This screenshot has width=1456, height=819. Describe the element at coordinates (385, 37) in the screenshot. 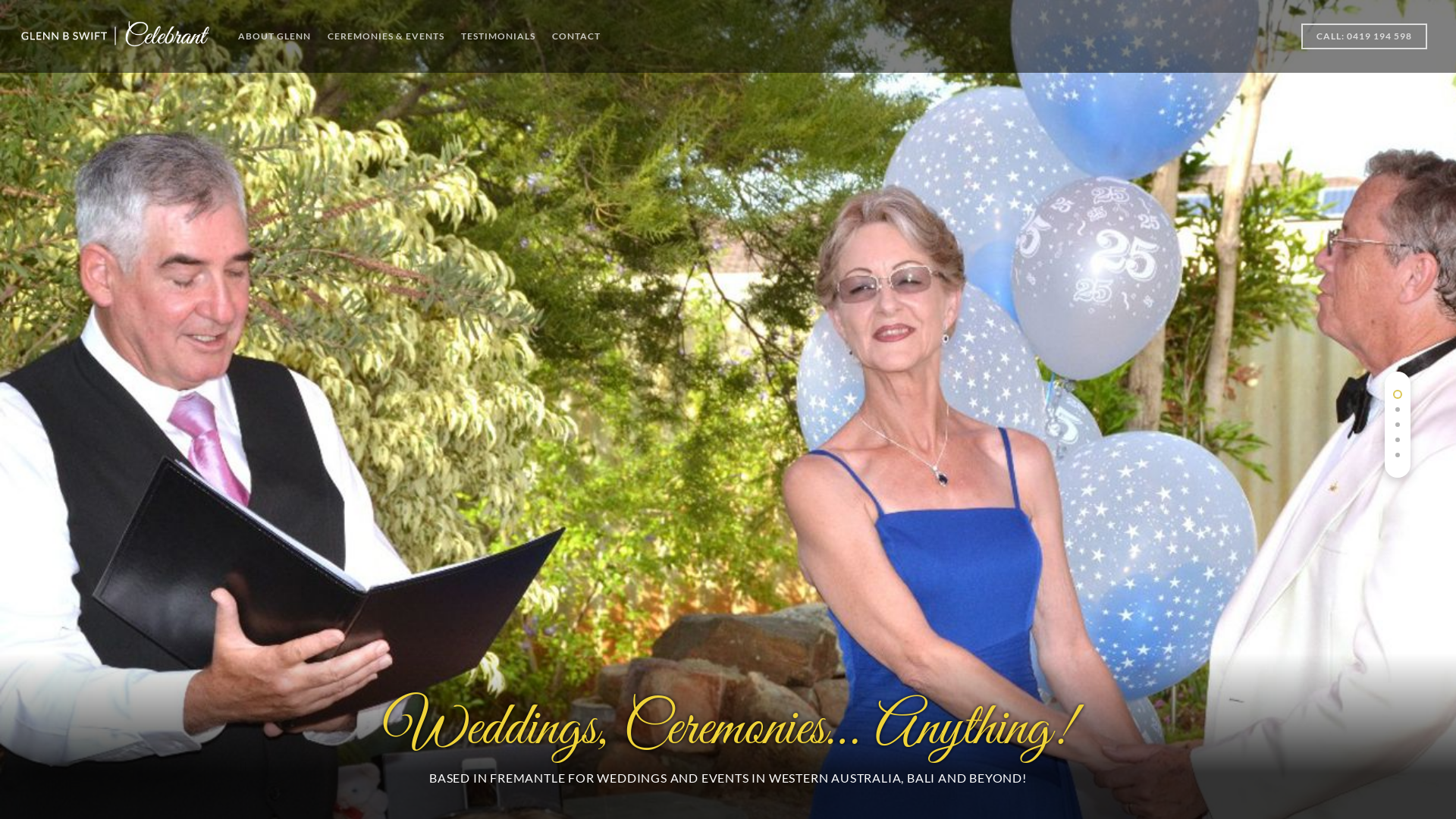

I see `'CEREMONIES & EVENTS'` at that location.